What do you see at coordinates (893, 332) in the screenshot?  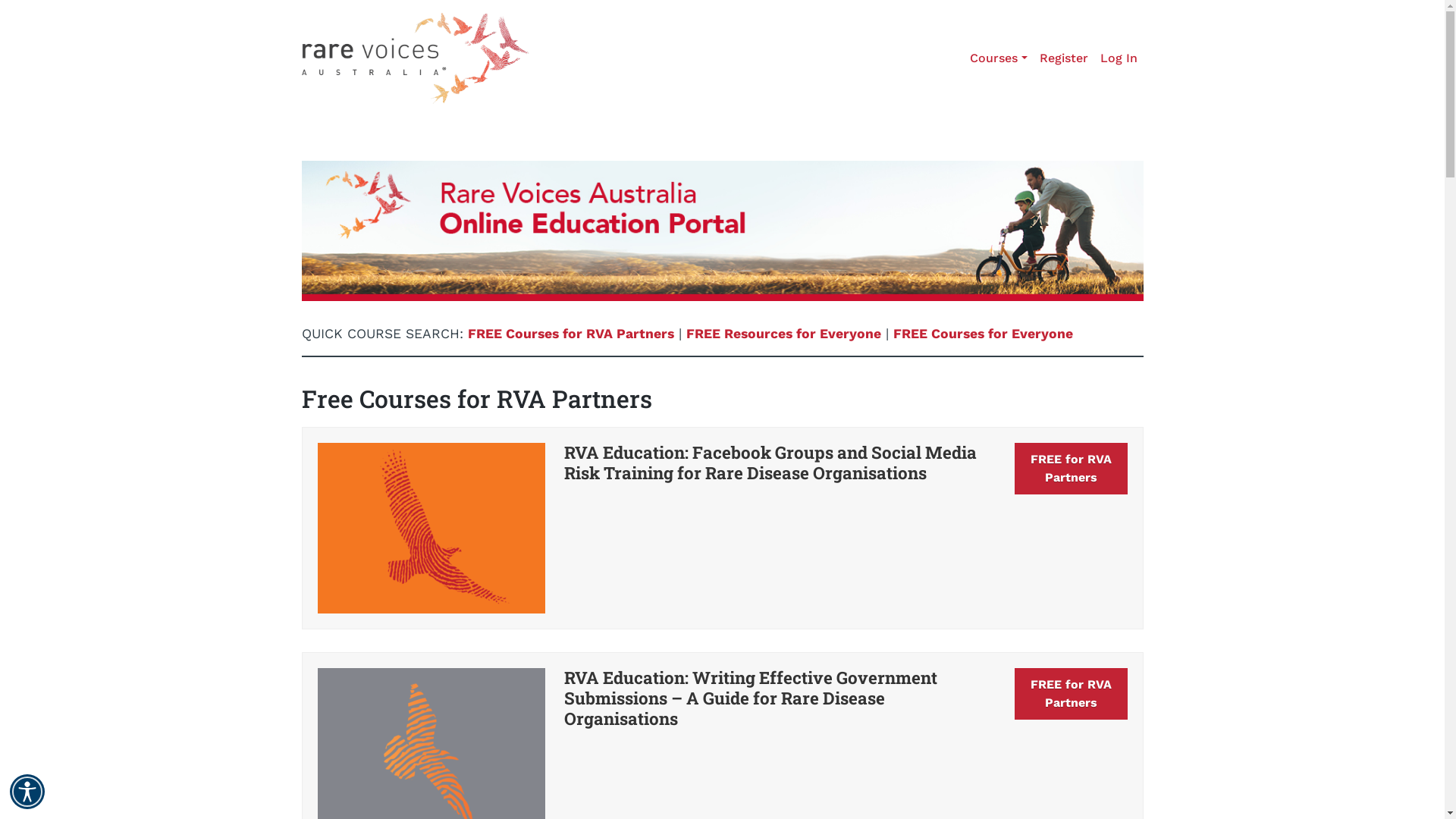 I see `'FREE Courses for Everyone'` at bounding box center [893, 332].